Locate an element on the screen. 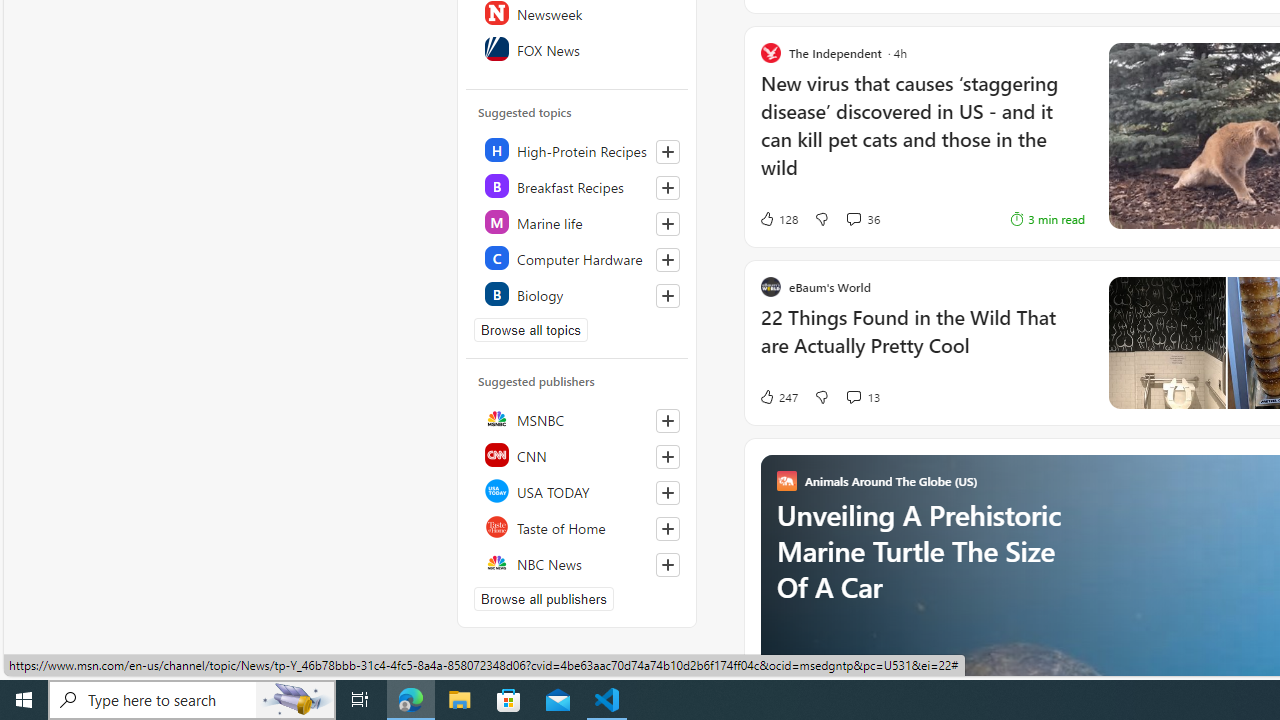  'Browse all topics' is located at coordinates (531, 329).